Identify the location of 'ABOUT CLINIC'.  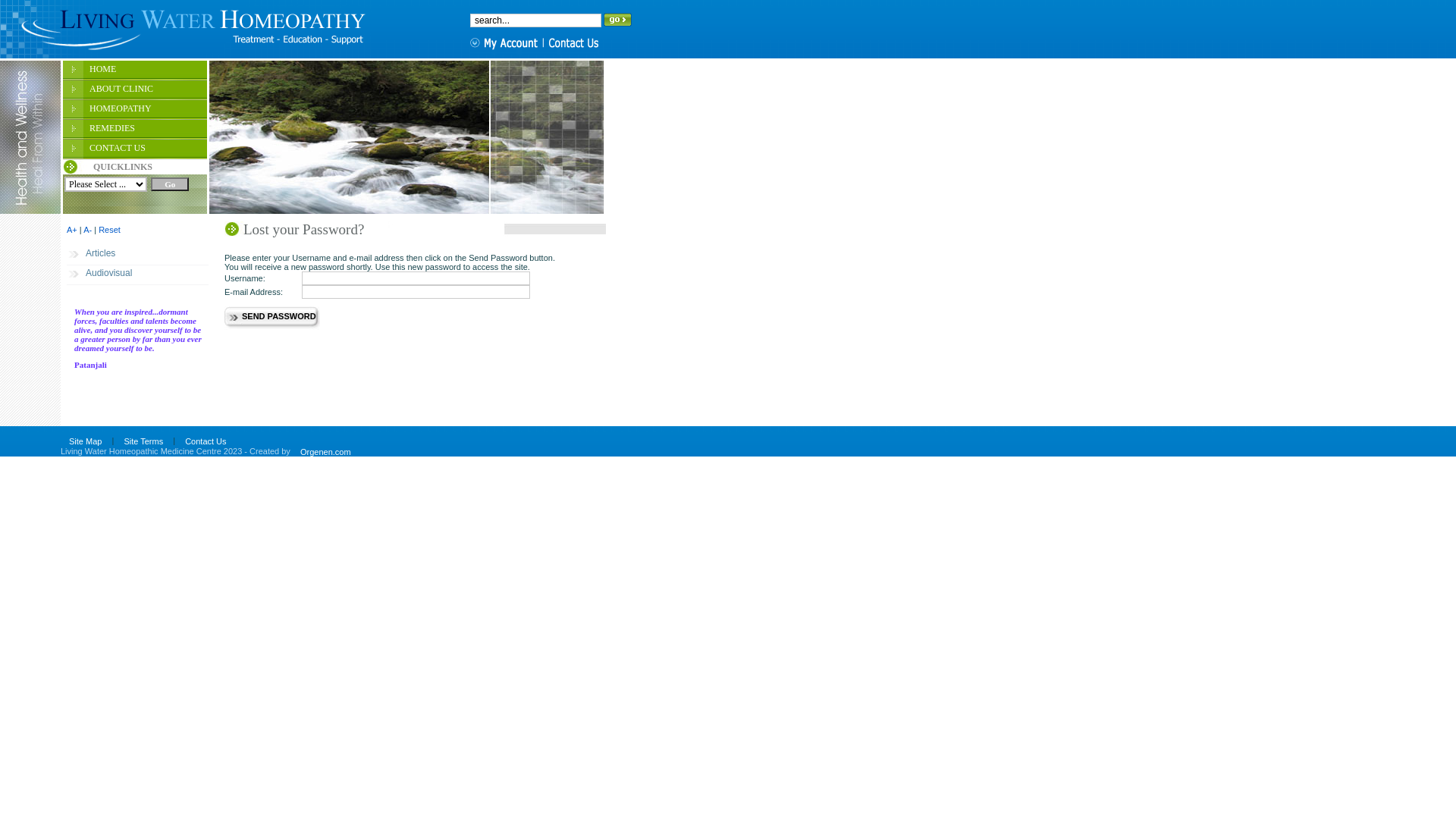
(61, 90).